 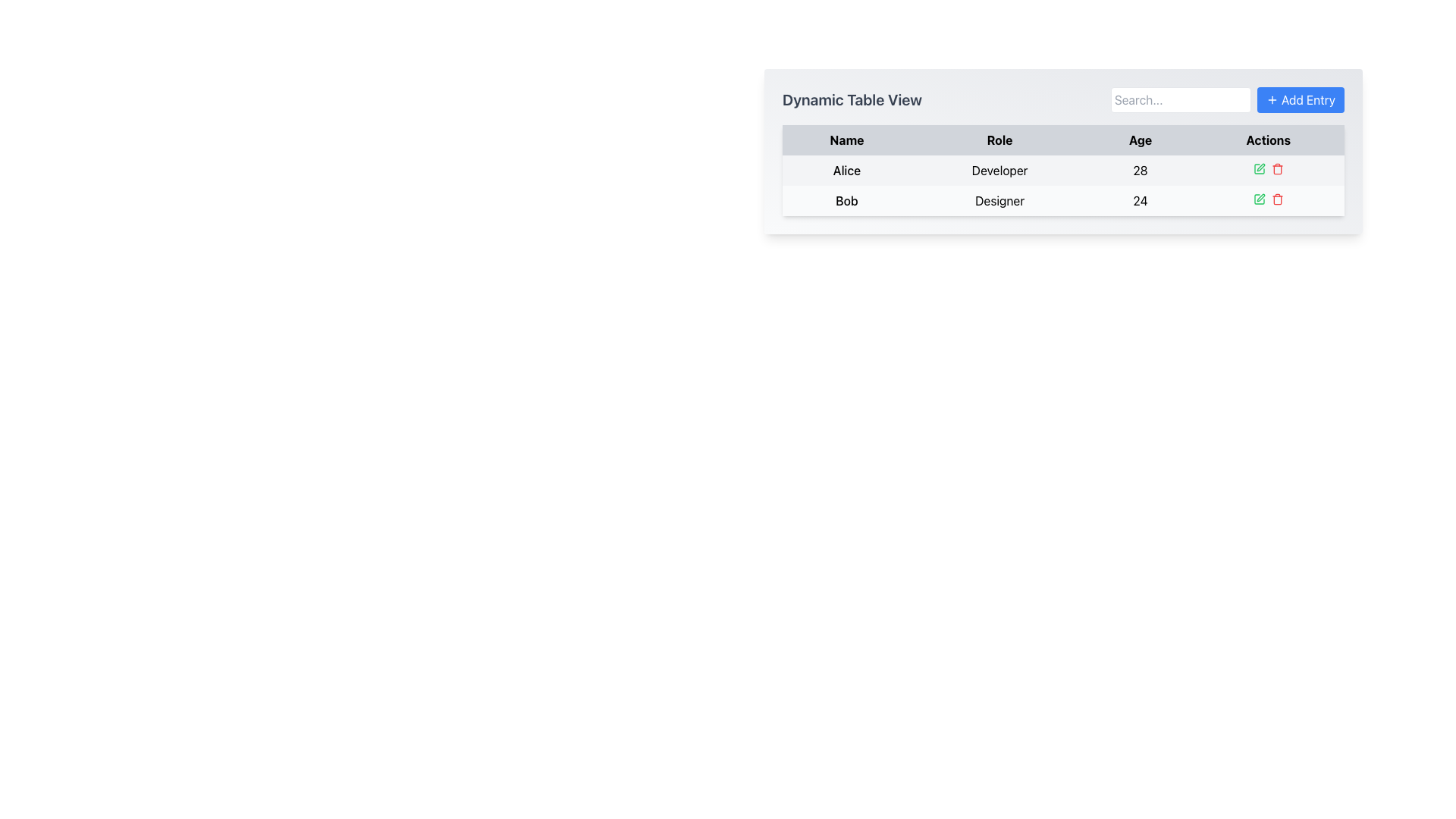 I want to click on the square green icon button with a pen symbol located in the action column of the second row of the table, so click(x=1259, y=169).